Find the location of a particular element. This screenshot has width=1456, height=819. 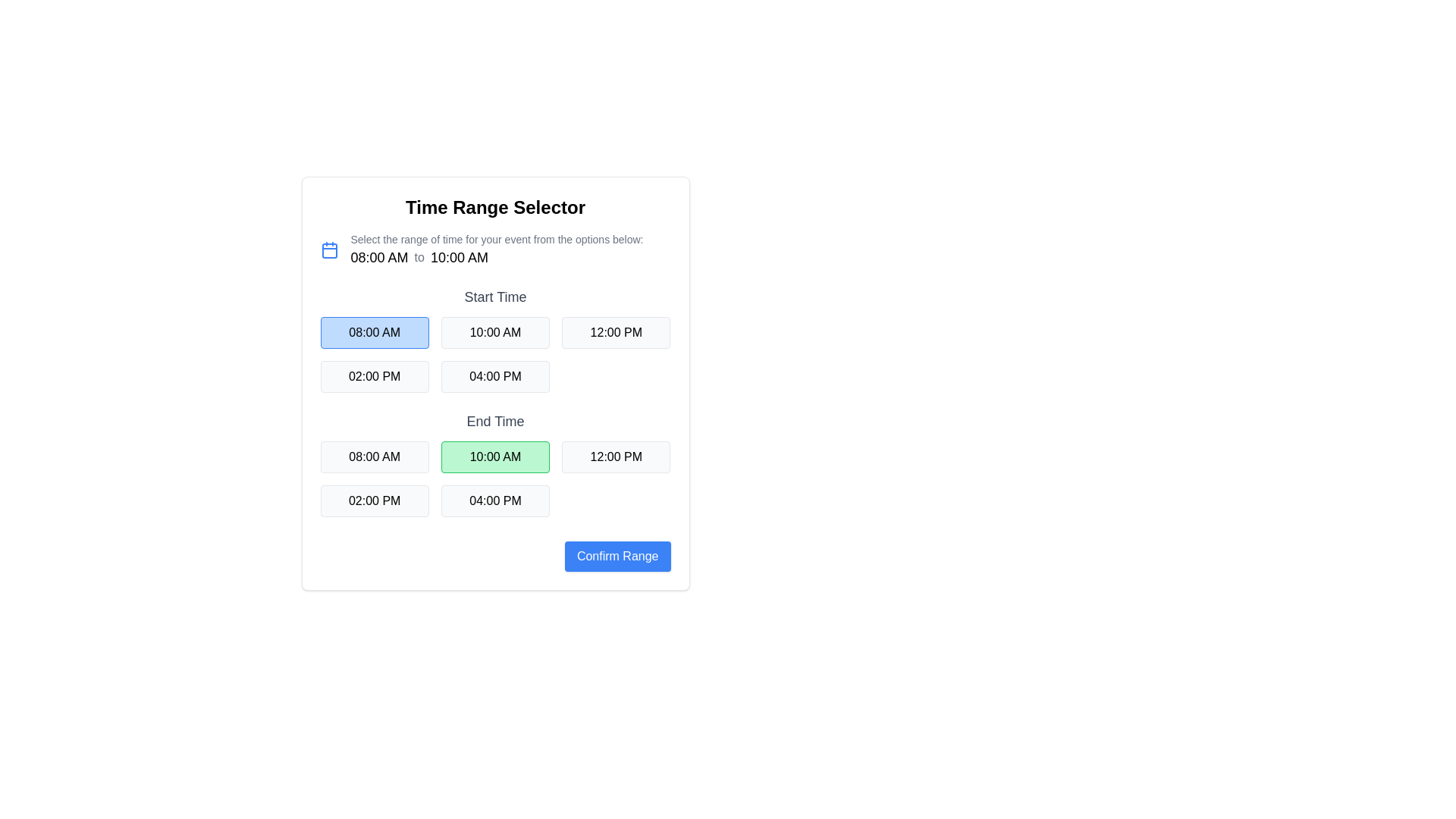

the rectangular button labeled '08:00 AM' in the 'End Time' section of the 'Time Range Selector' interface is located at coordinates (375, 456).